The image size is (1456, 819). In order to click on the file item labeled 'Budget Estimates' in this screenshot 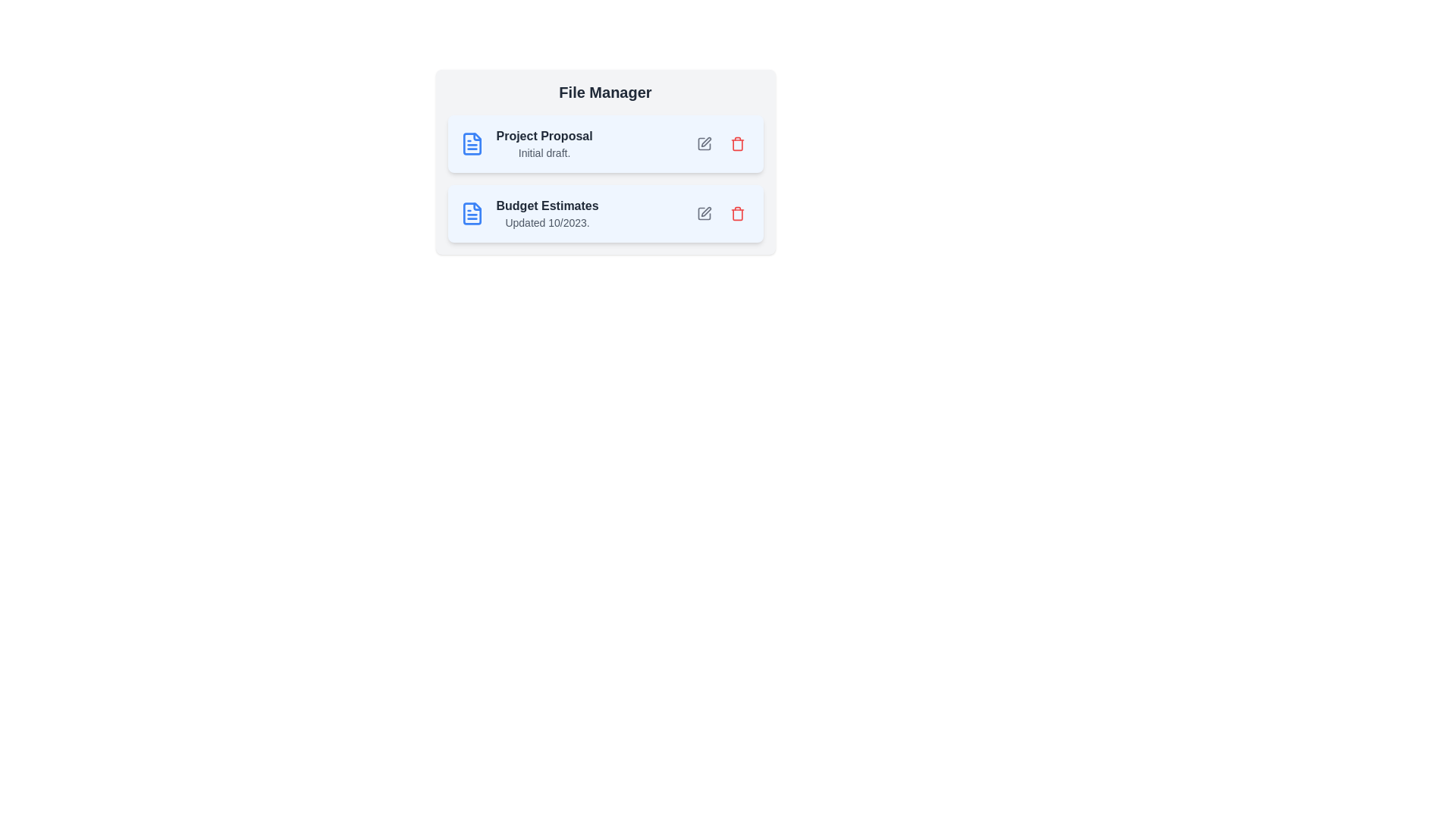, I will do `click(604, 213)`.